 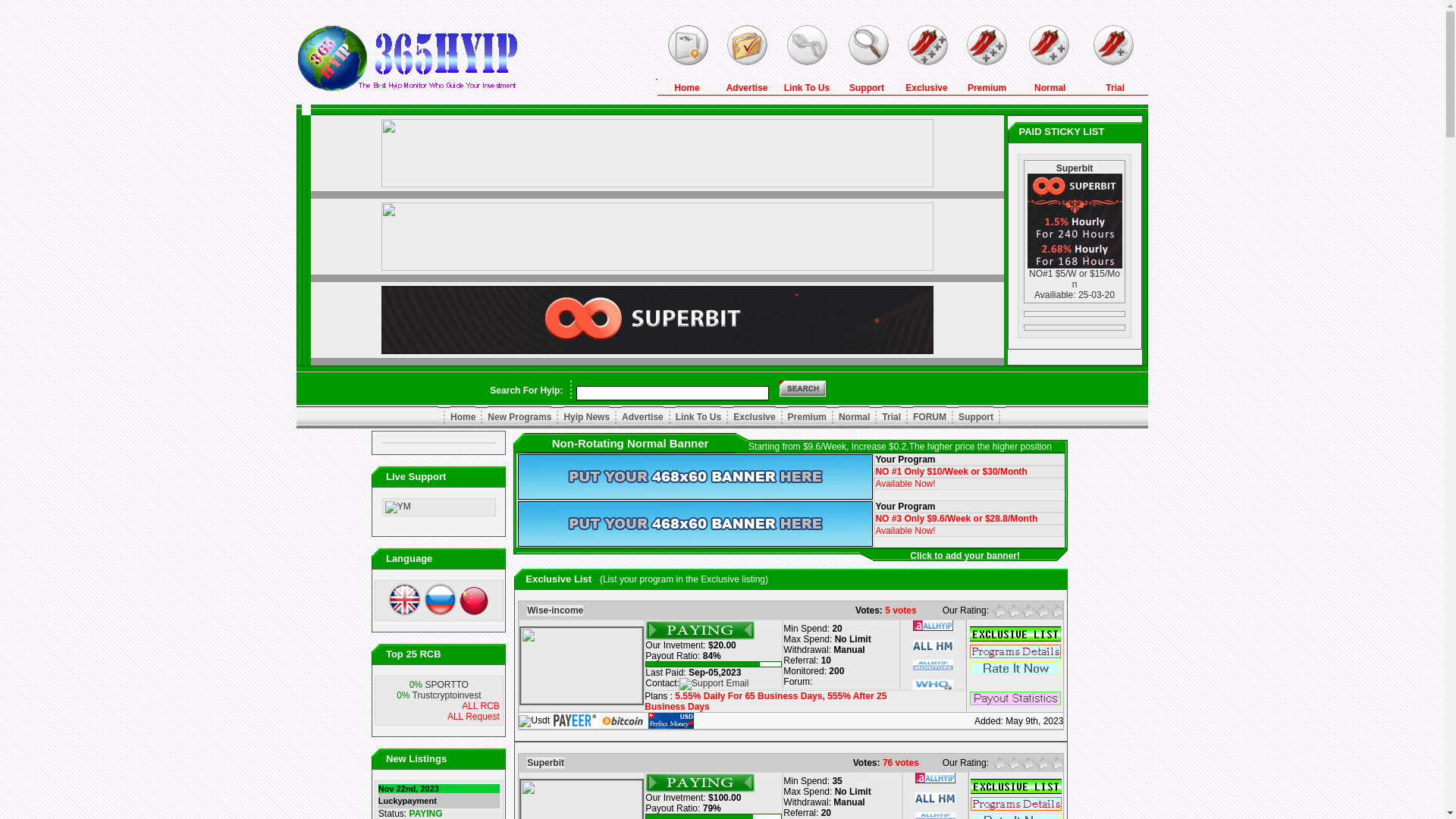 I want to click on 'SPORTTO', so click(x=446, y=684).